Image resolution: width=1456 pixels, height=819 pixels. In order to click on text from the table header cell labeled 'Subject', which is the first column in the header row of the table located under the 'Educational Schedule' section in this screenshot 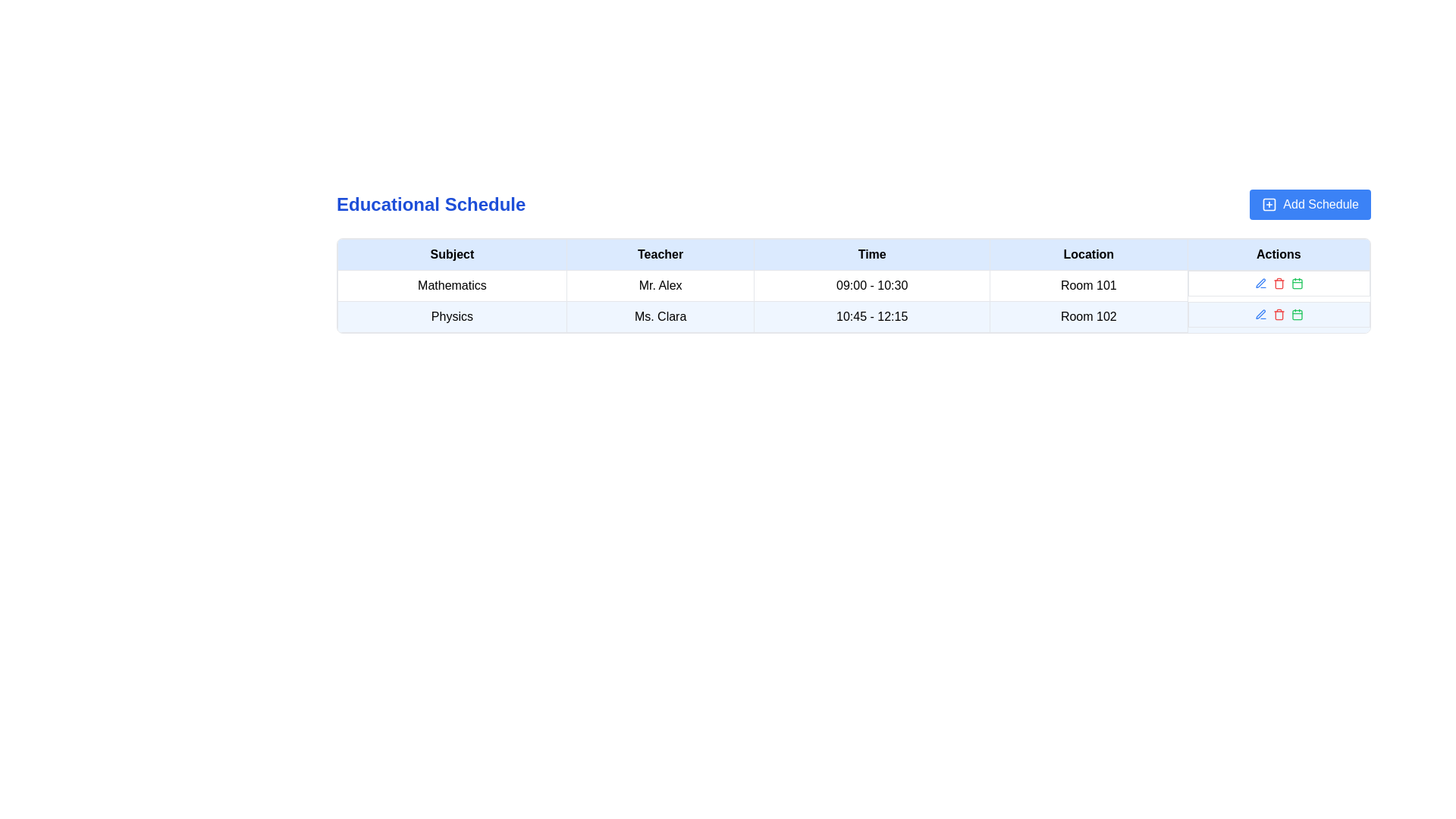, I will do `click(451, 253)`.